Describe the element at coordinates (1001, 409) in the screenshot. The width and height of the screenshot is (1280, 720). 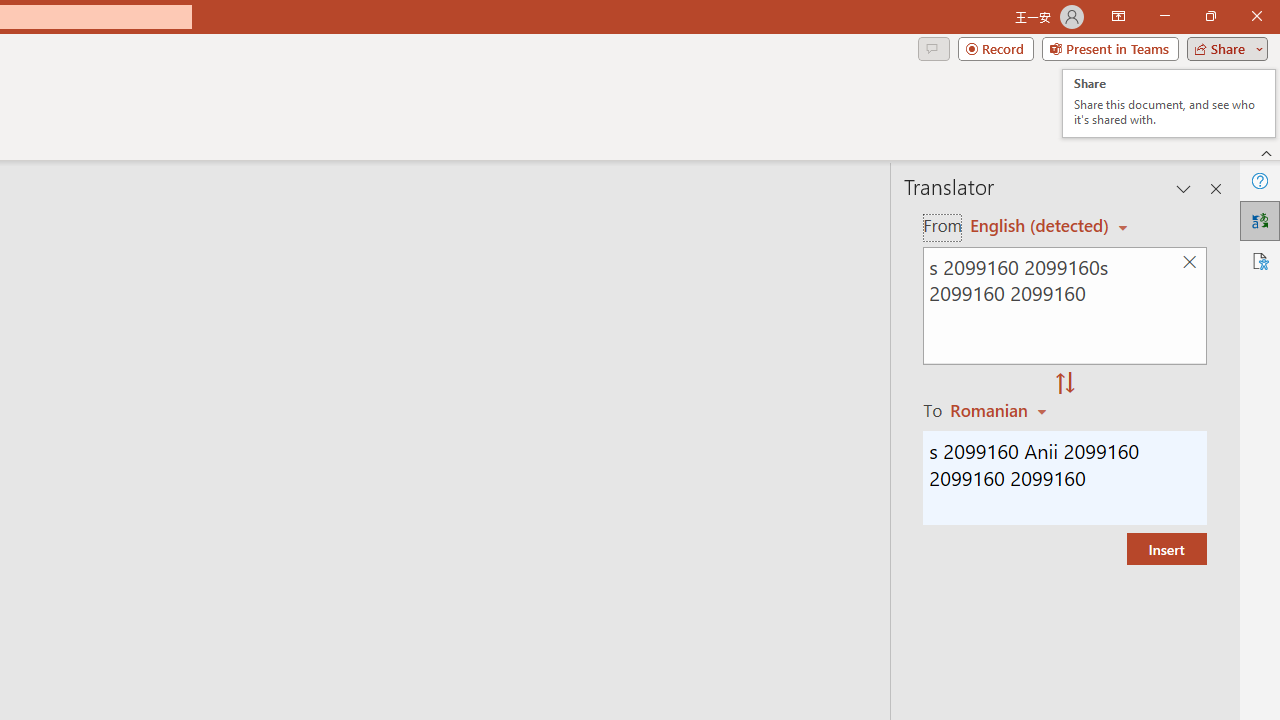
I see `'Romanian'` at that location.